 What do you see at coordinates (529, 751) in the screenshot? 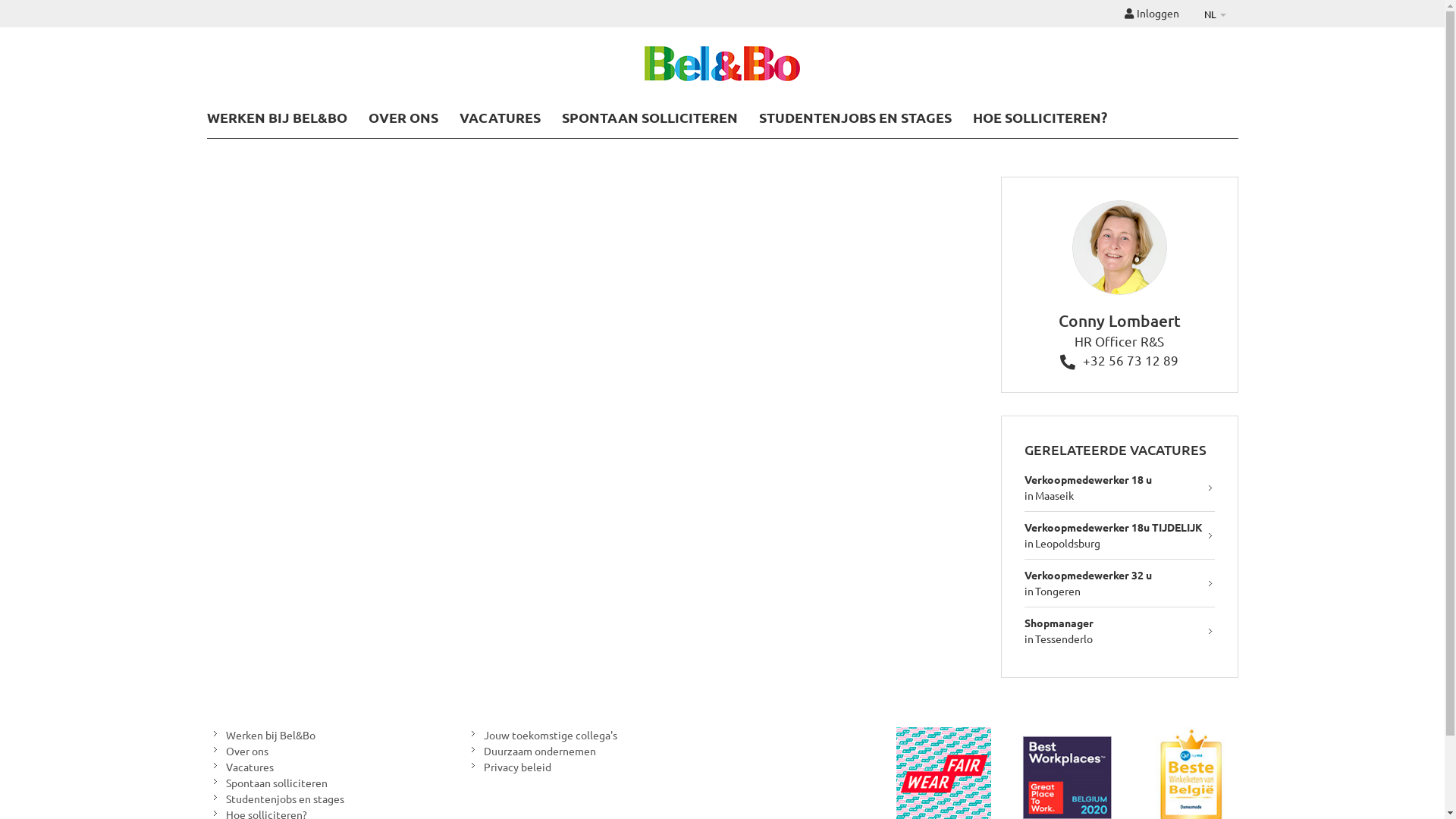
I see `'Duurzaam ondernemen'` at bounding box center [529, 751].